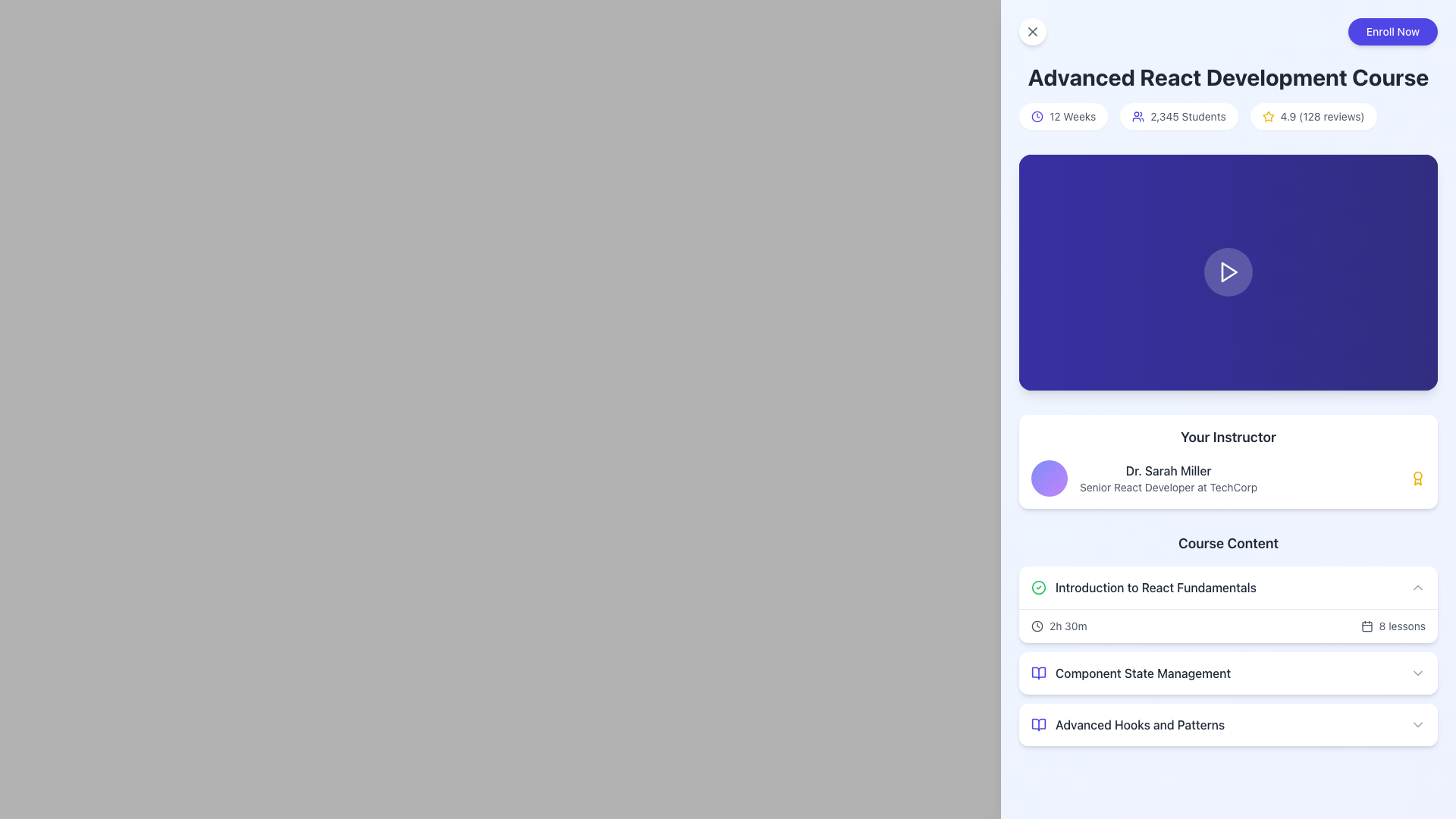 This screenshot has width=1456, height=819. What do you see at coordinates (1058, 626) in the screenshot?
I see `the Text with icon that indicates the duration of the course module, which spans 2 hours and 30 minutes, located in the 'Introduction to React Fundamentals' section of the 'Course Content', horizontally positioned to the left of the text '8 lessons'` at bounding box center [1058, 626].